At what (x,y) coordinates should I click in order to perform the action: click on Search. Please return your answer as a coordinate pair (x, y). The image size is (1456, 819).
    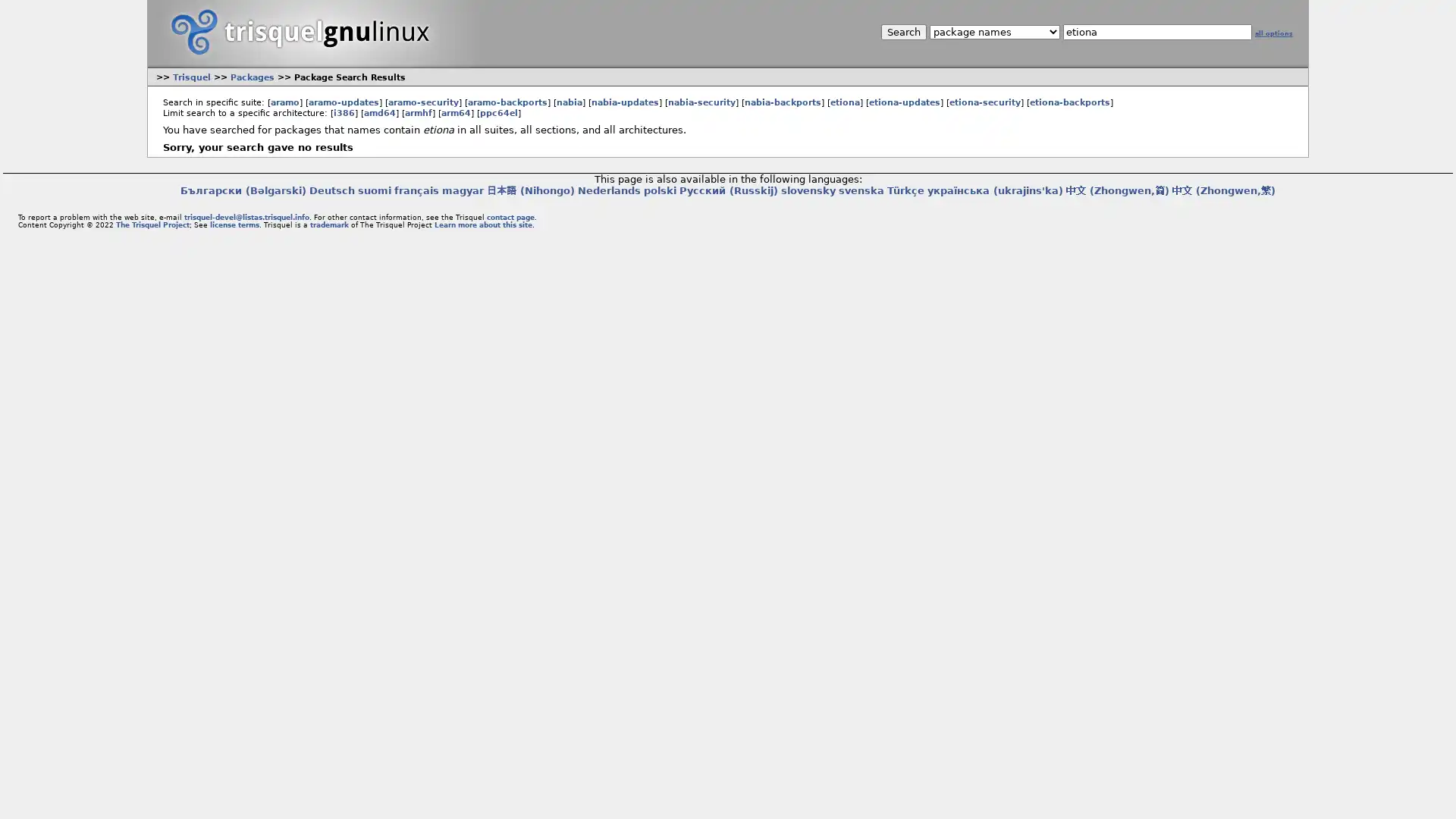
    Looking at the image, I should click on (902, 32).